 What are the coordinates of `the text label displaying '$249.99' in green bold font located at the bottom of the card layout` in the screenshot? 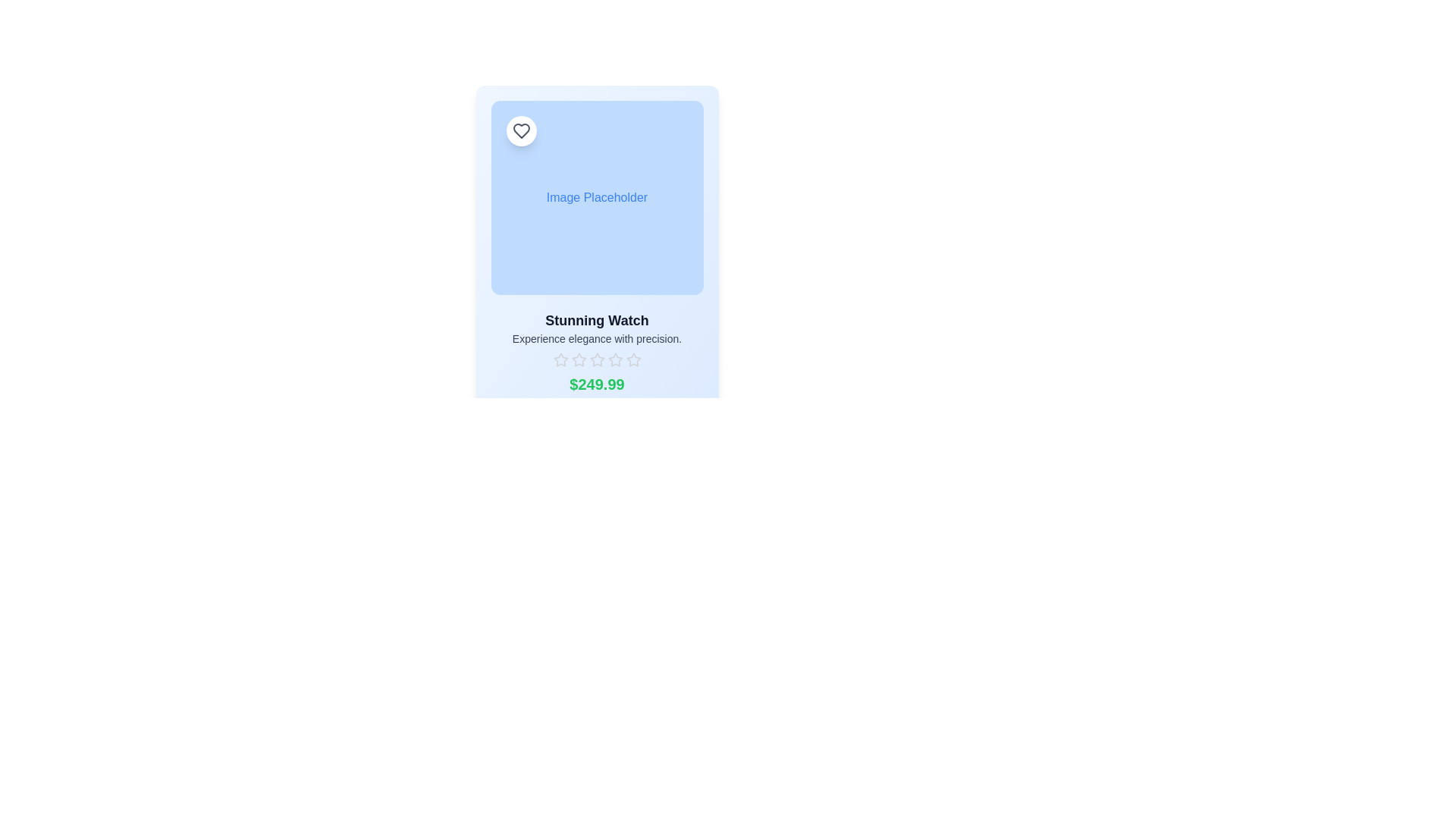 It's located at (596, 383).